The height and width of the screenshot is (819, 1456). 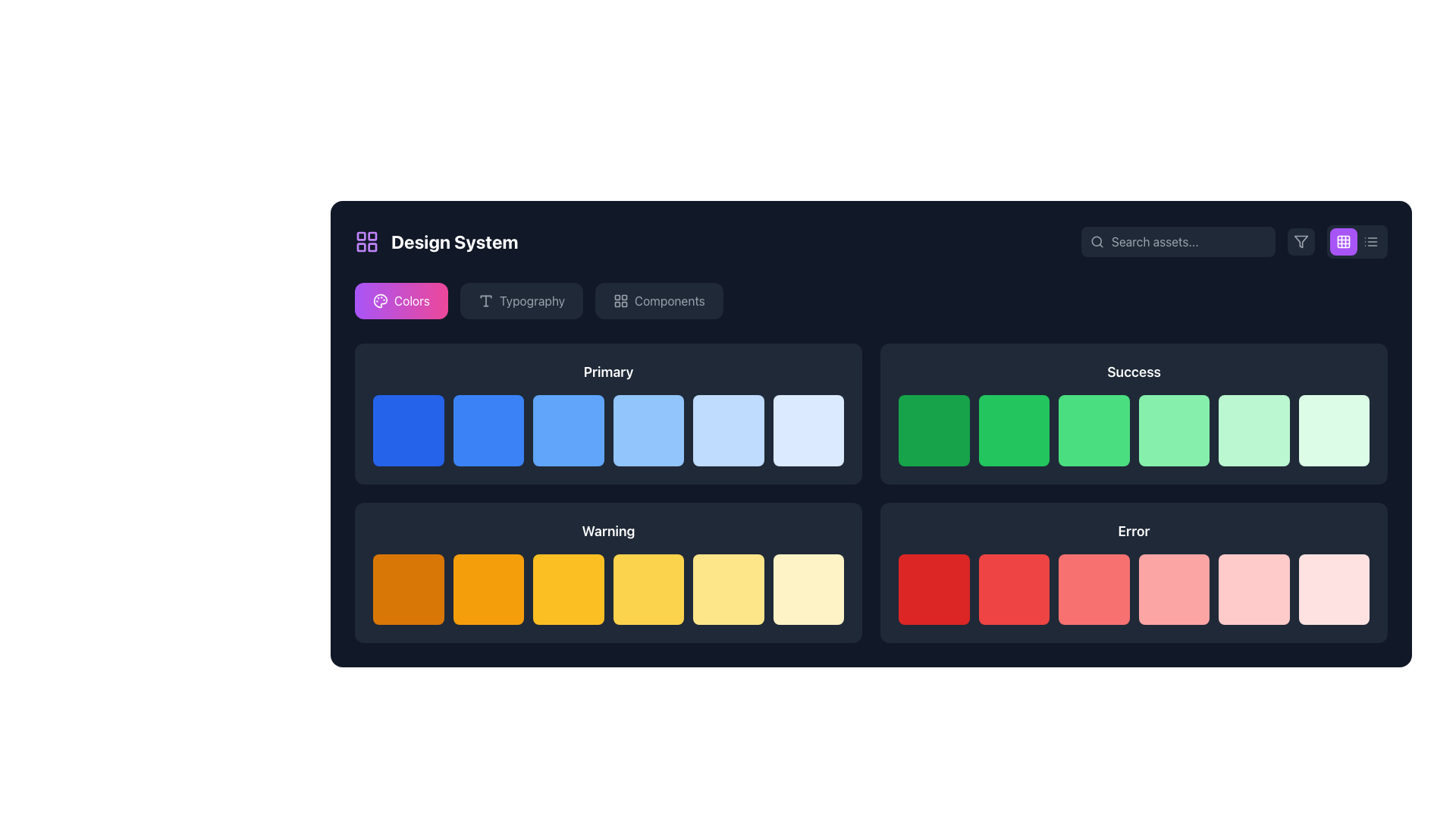 I want to click on on the sixth color selection tile located in the bottom-right corner of the 'Primary' section, so click(x=808, y=430).